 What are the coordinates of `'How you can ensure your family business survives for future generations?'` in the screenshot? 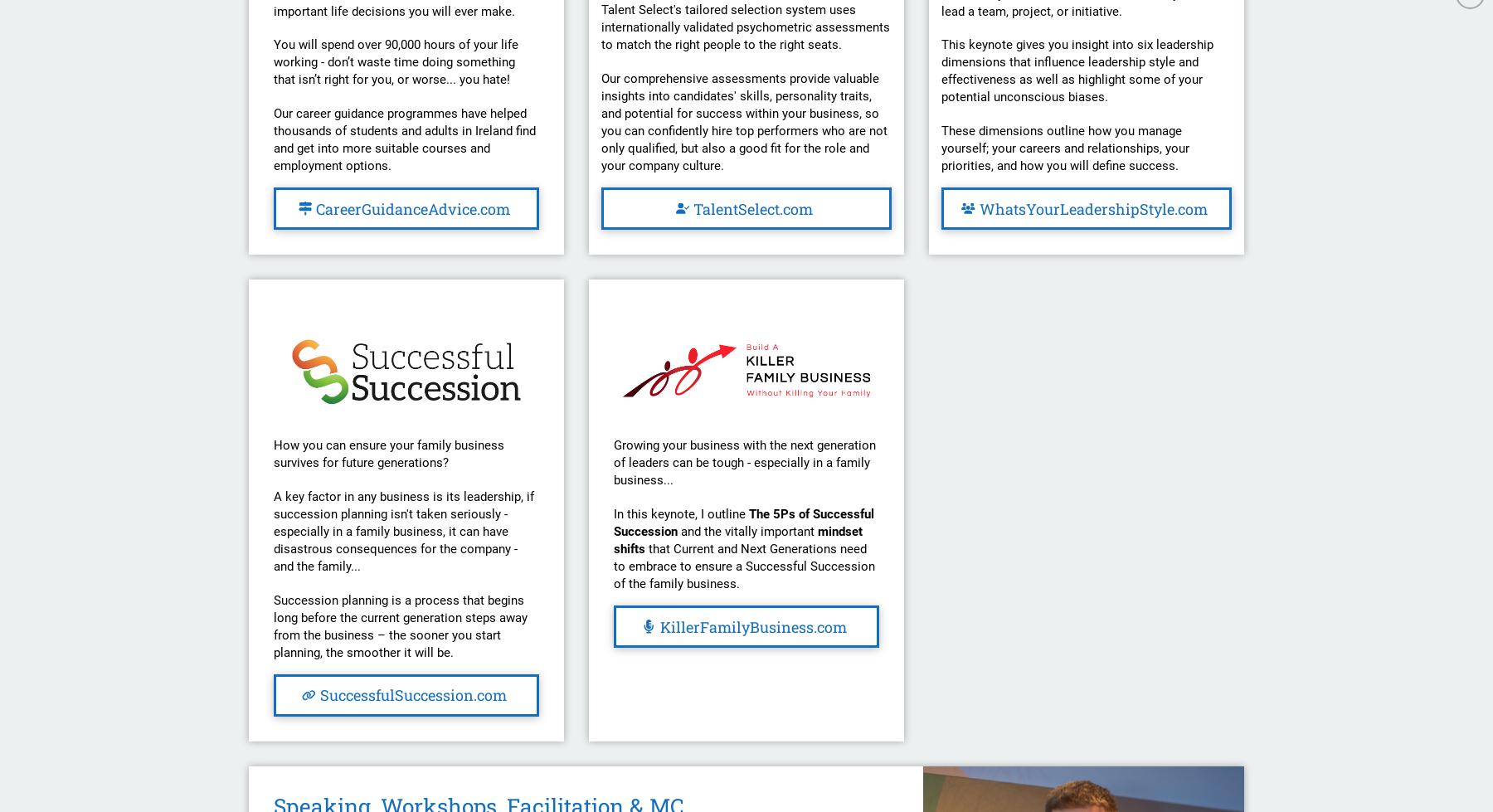 It's located at (388, 453).